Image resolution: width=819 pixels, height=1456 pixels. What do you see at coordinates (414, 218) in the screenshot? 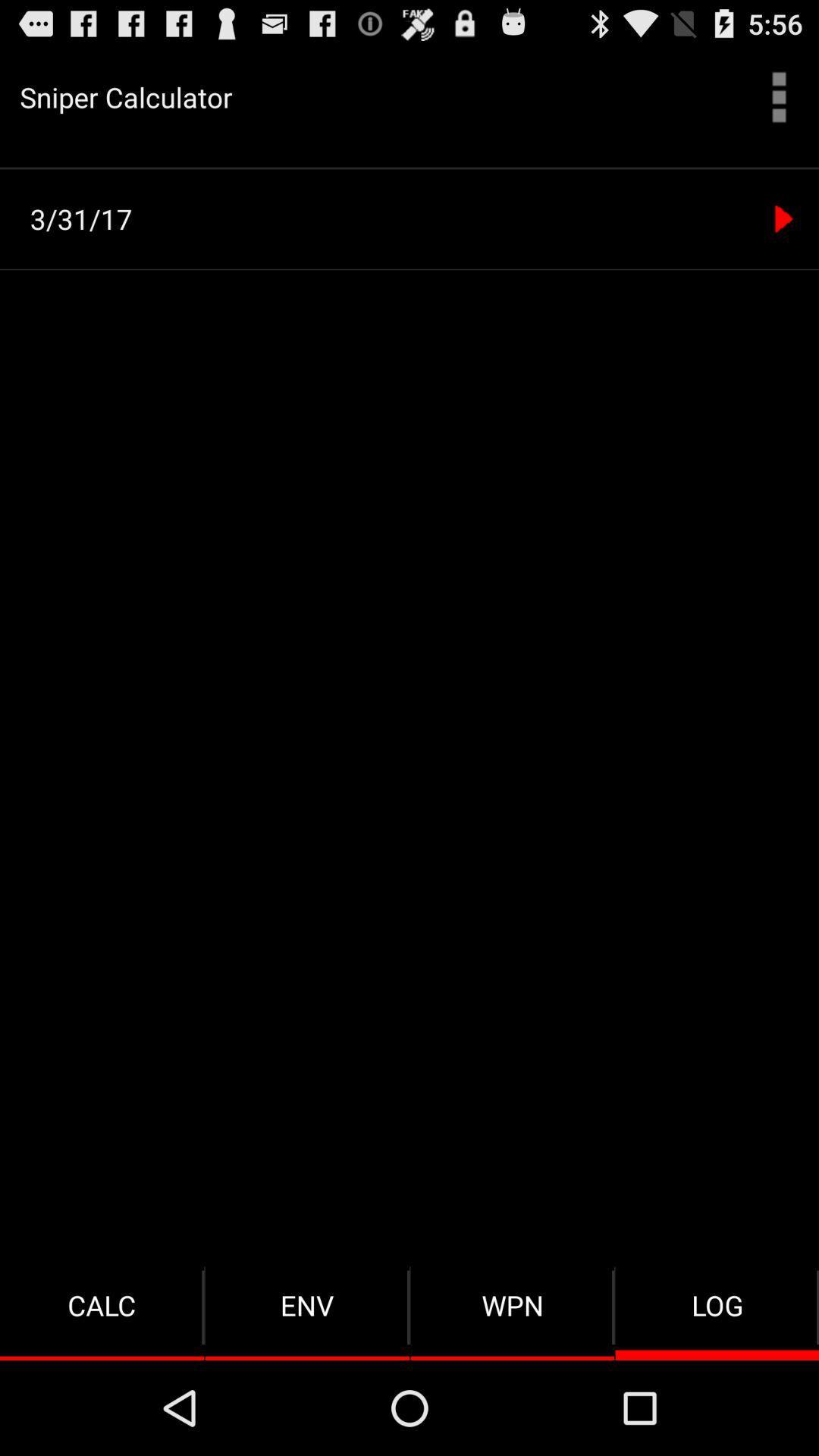
I see `the 3/31/17 item` at bounding box center [414, 218].